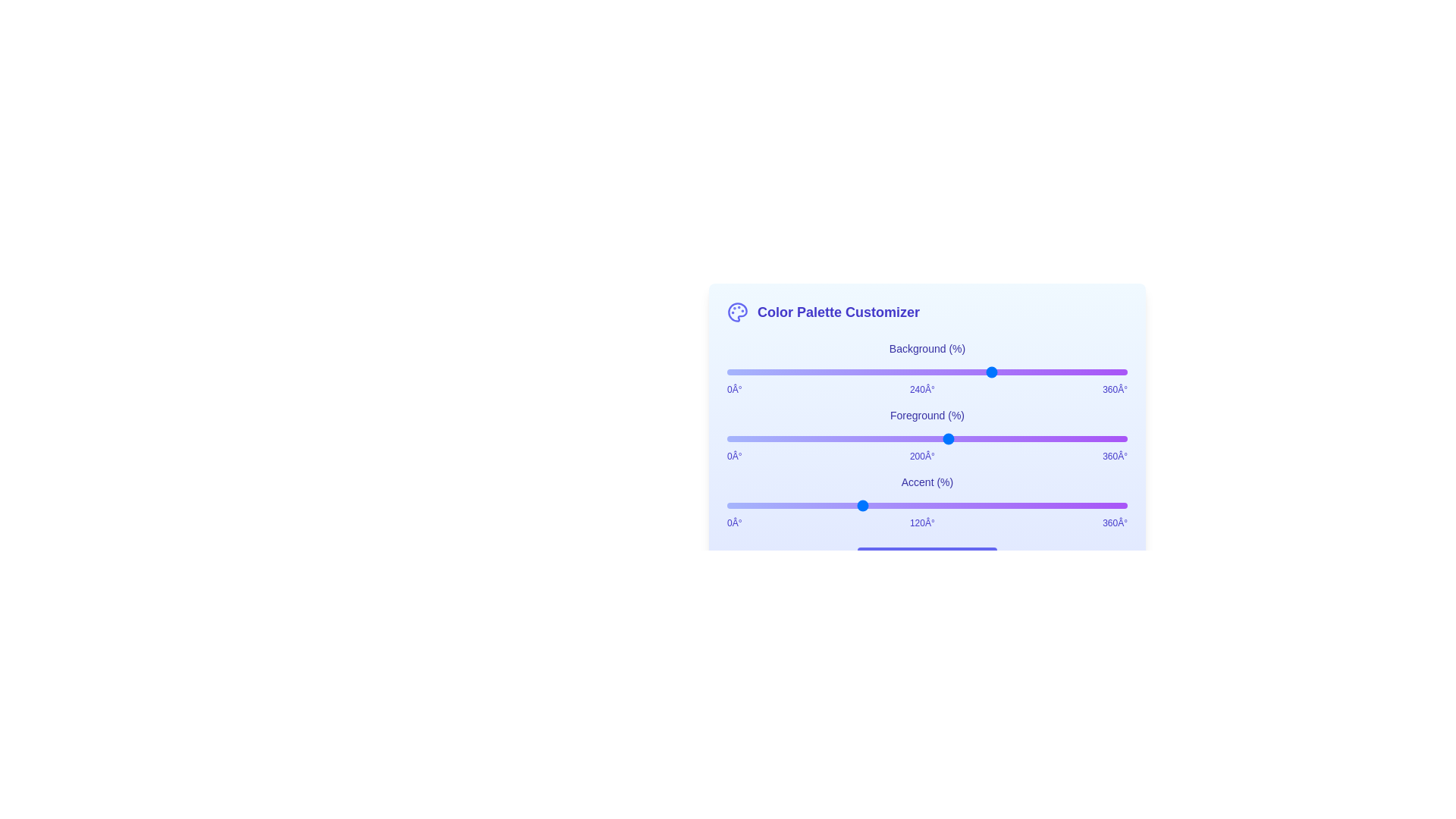 This screenshot has height=819, width=1456. I want to click on the Accent slider to set its hue to 186 degrees, so click(933, 506).